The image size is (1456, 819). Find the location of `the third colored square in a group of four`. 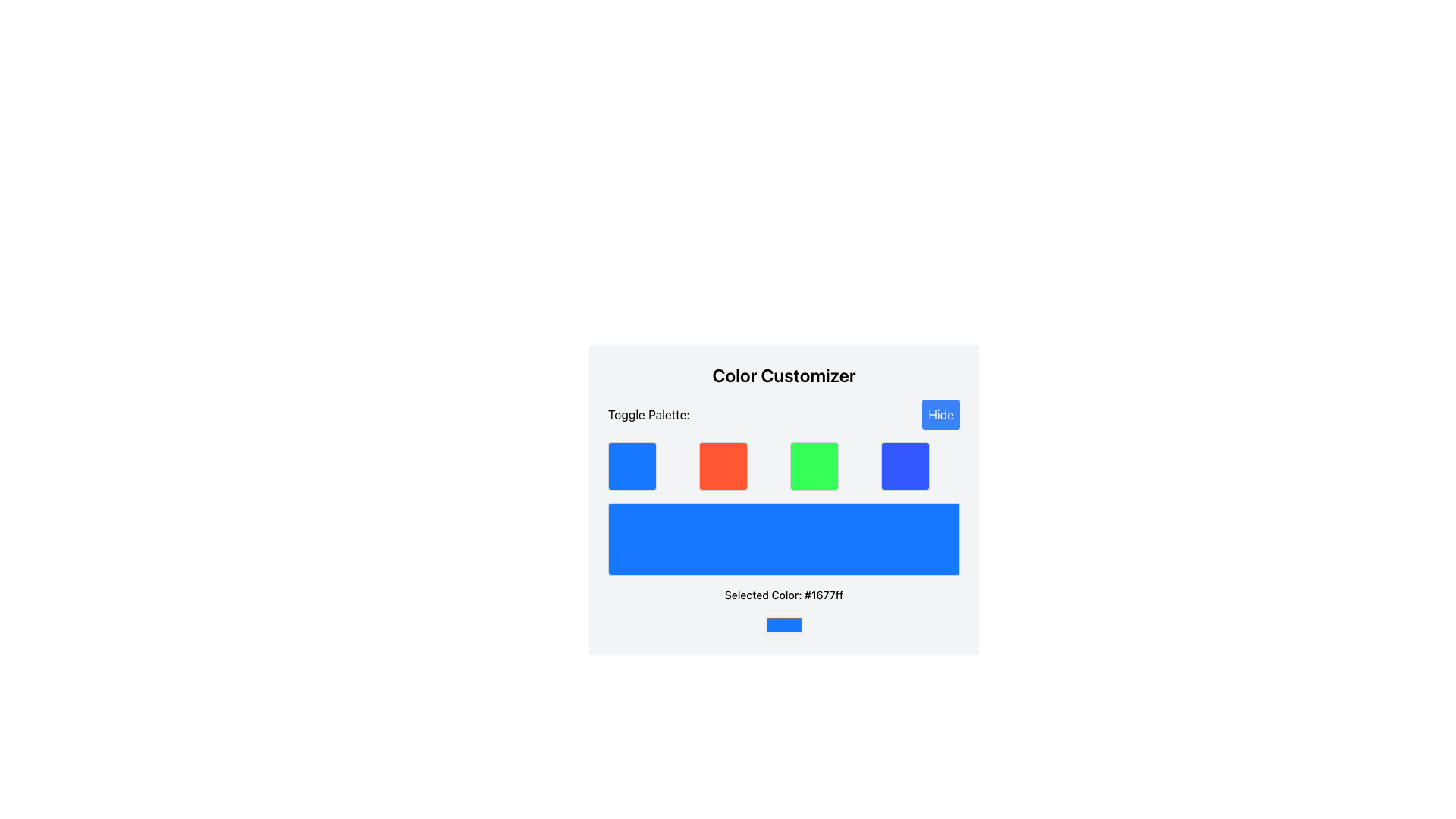

the third colored square in a group of four is located at coordinates (814, 465).